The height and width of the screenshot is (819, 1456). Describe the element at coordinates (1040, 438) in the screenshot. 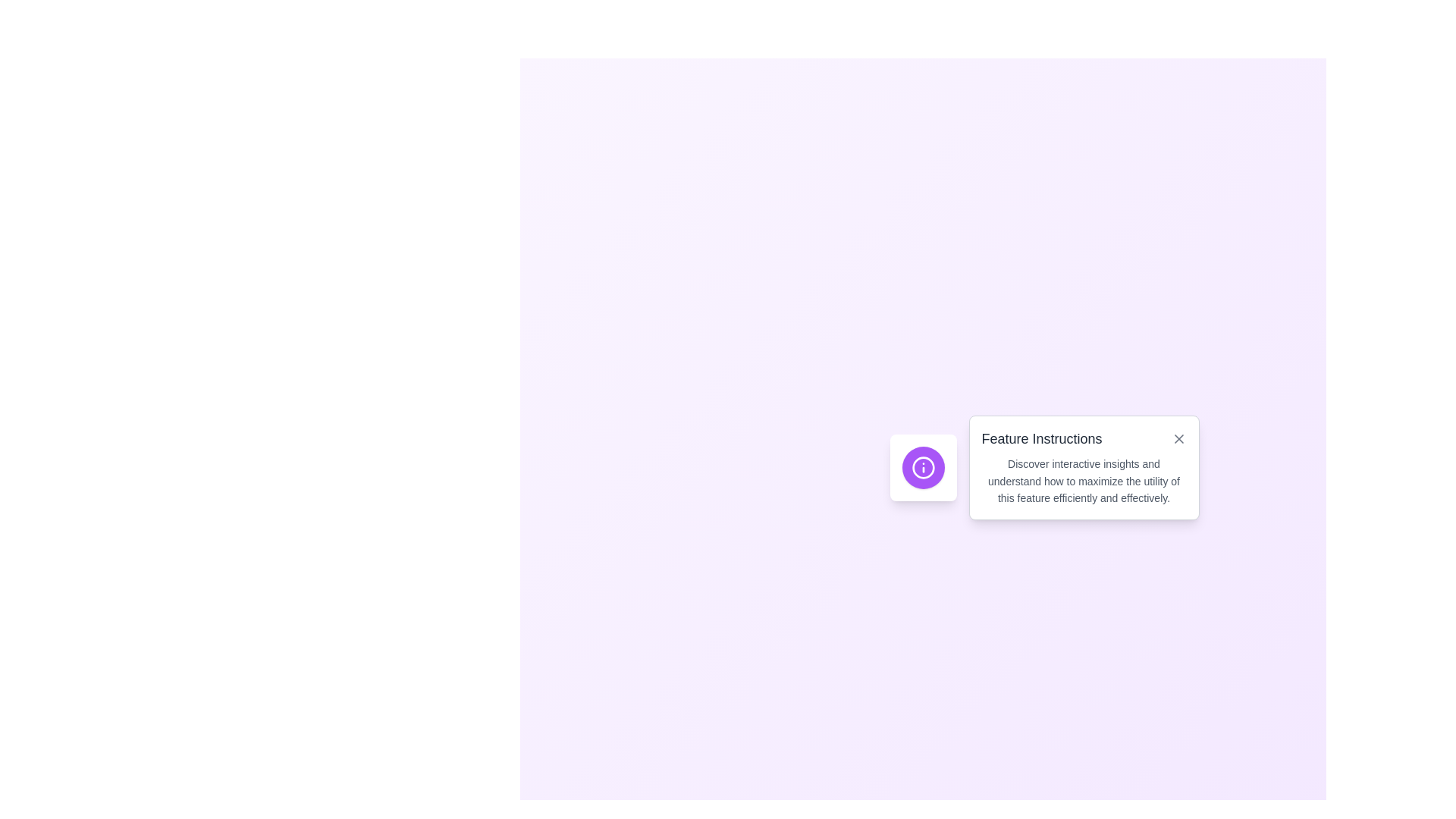

I see `text label located at the top section of the white pop-up box, which serves as a header or title providing context about the details or instructions that follow` at that location.